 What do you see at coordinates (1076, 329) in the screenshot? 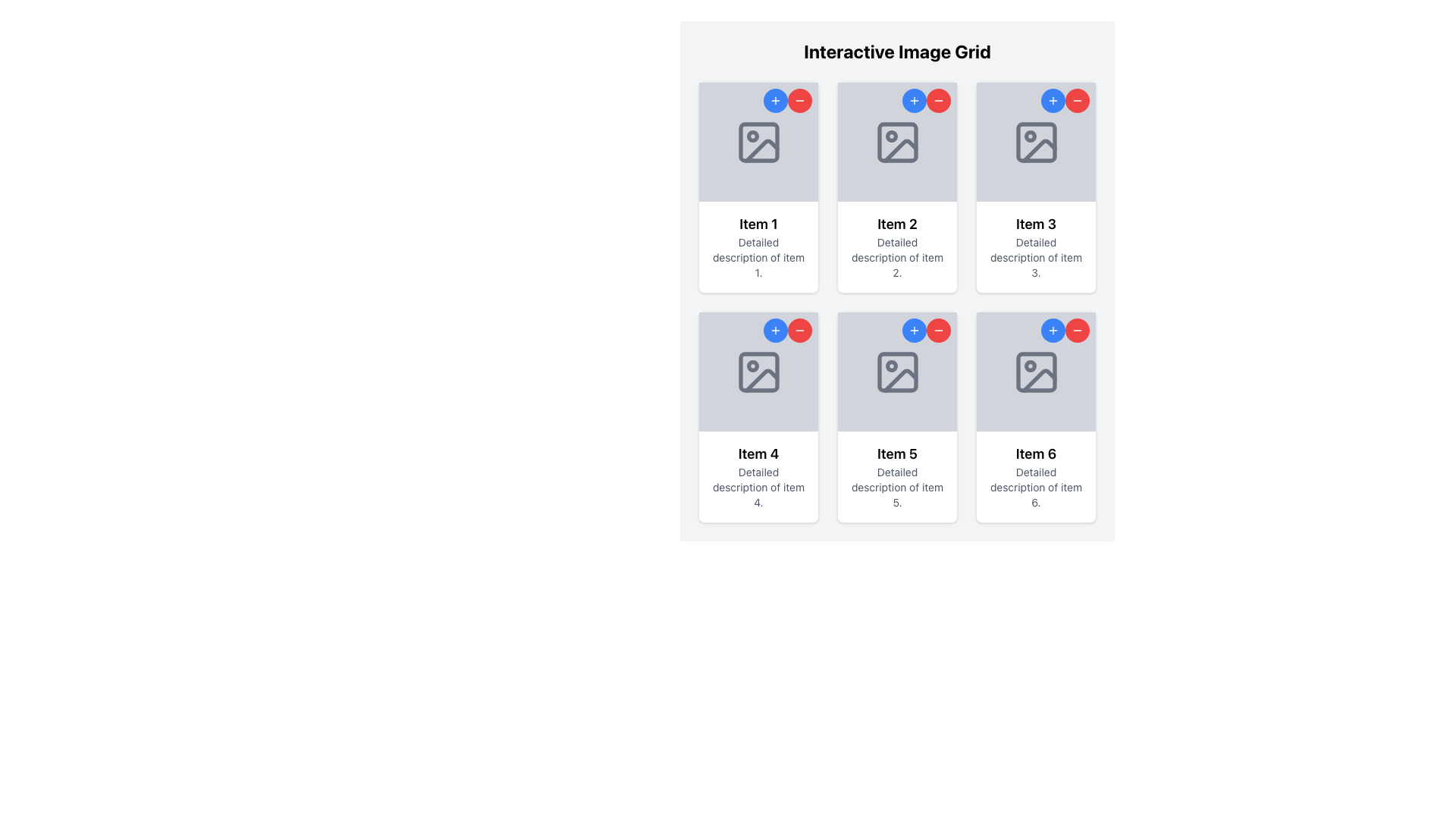
I see `the small circular icon button with a red background and minus symbol ('−') located at the top-right corner of the card labeled 'Item 6'` at bounding box center [1076, 329].